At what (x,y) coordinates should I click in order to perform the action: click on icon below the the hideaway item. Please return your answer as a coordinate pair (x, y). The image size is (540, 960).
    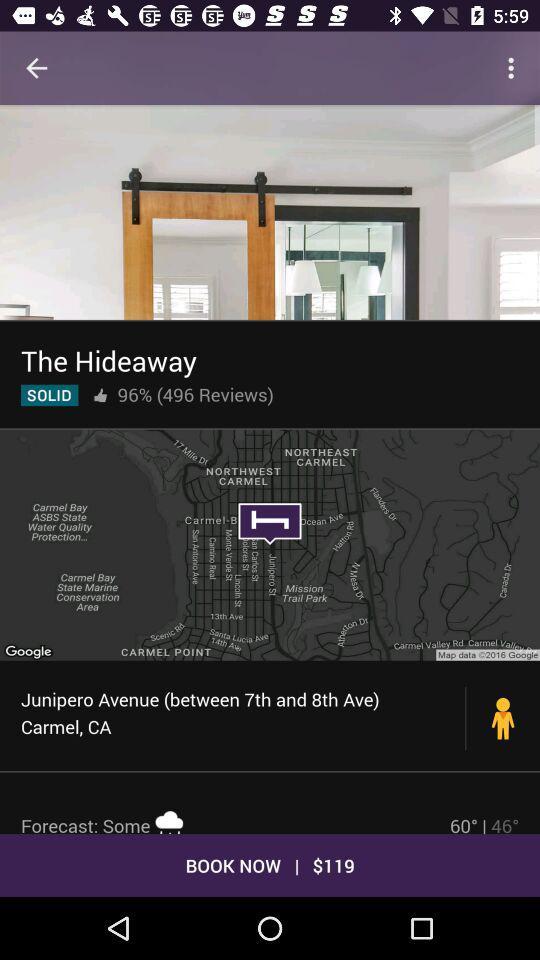
    Looking at the image, I should click on (99, 394).